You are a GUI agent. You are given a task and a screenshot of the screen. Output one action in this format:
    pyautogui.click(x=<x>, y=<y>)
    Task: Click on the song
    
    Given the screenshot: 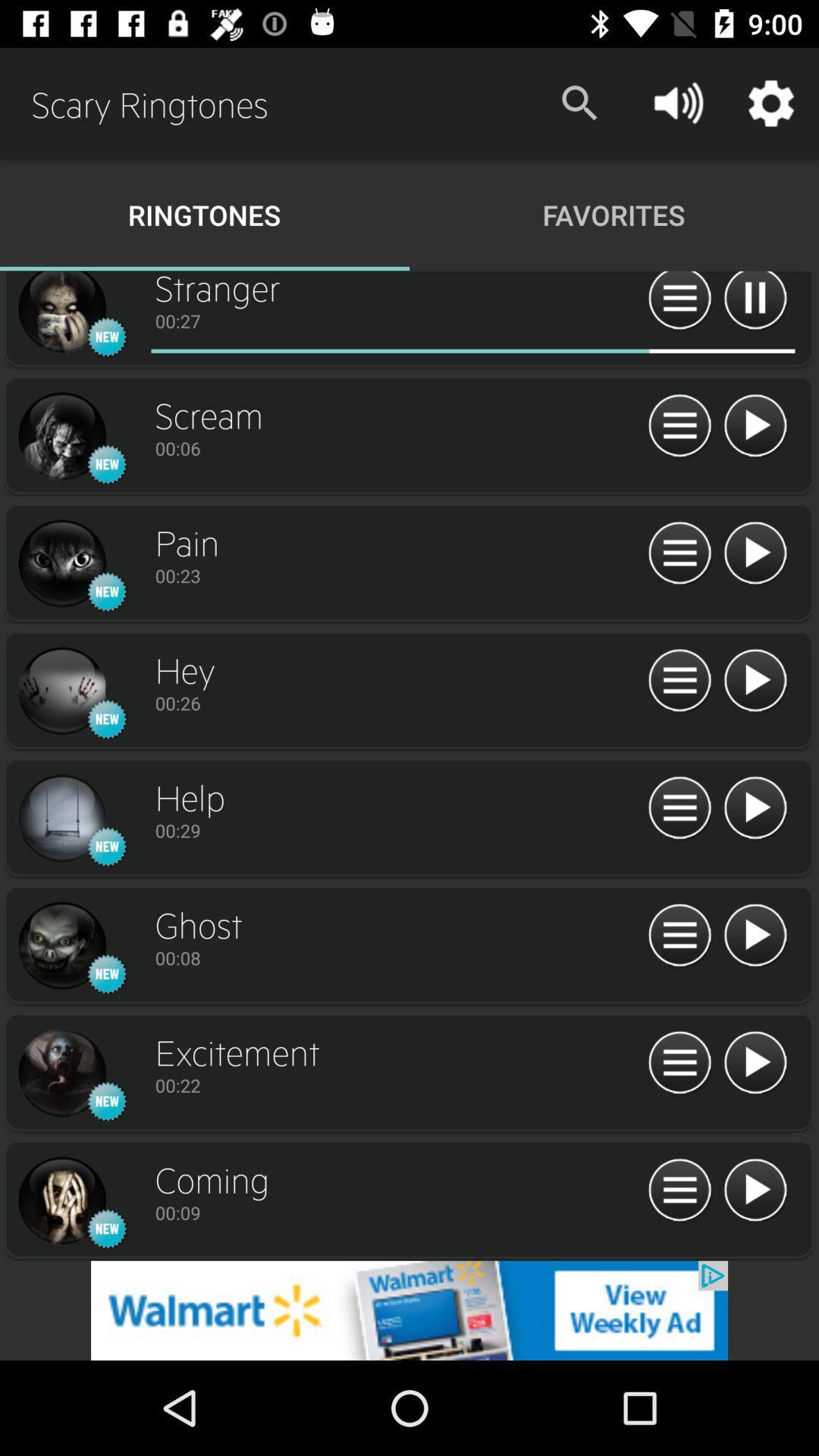 What is the action you would take?
    pyautogui.click(x=755, y=808)
    